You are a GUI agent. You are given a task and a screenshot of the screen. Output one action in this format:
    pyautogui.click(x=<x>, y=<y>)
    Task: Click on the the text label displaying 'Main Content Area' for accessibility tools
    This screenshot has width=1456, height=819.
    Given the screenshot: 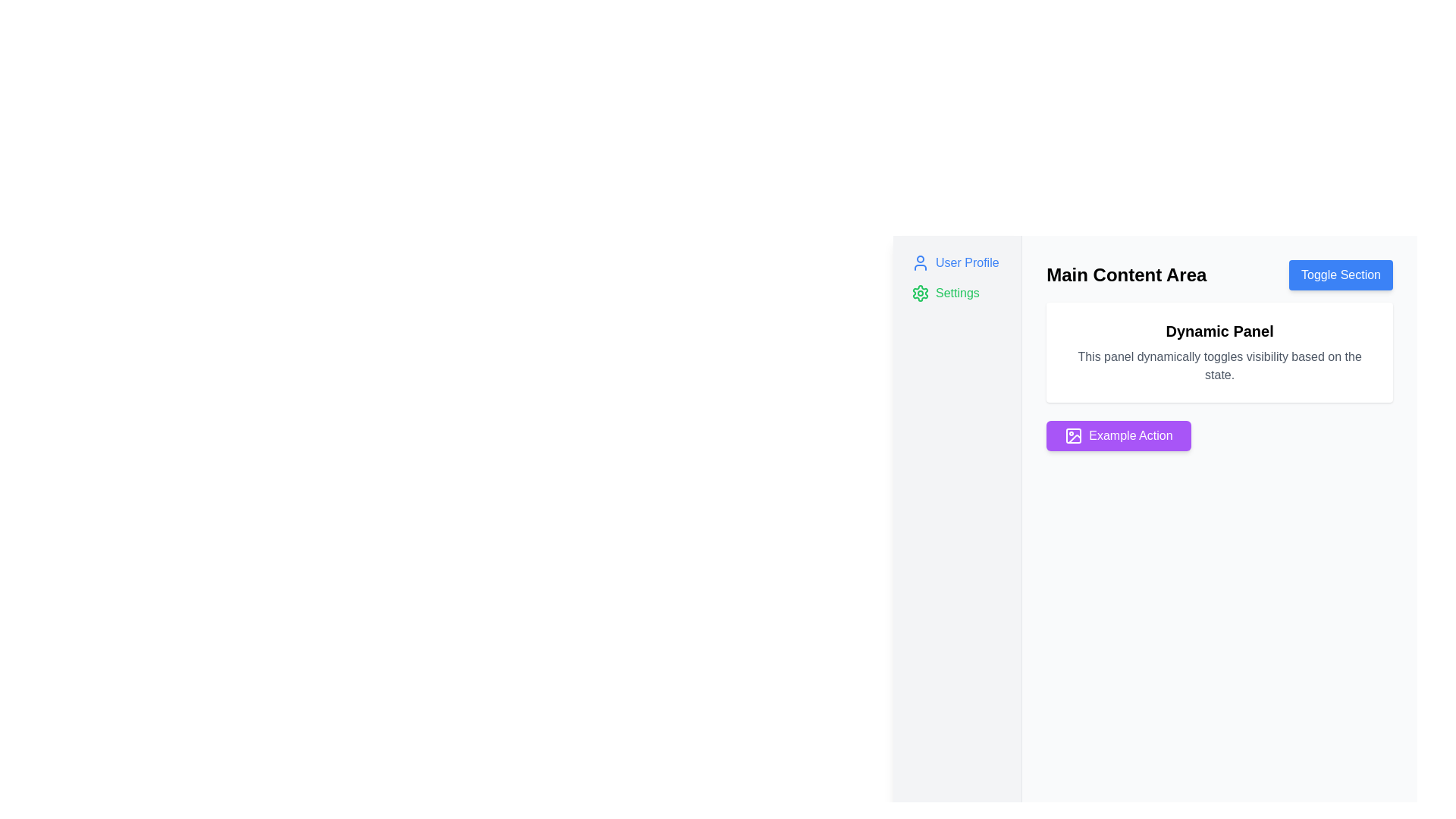 What is the action you would take?
    pyautogui.click(x=1126, y=275)
    